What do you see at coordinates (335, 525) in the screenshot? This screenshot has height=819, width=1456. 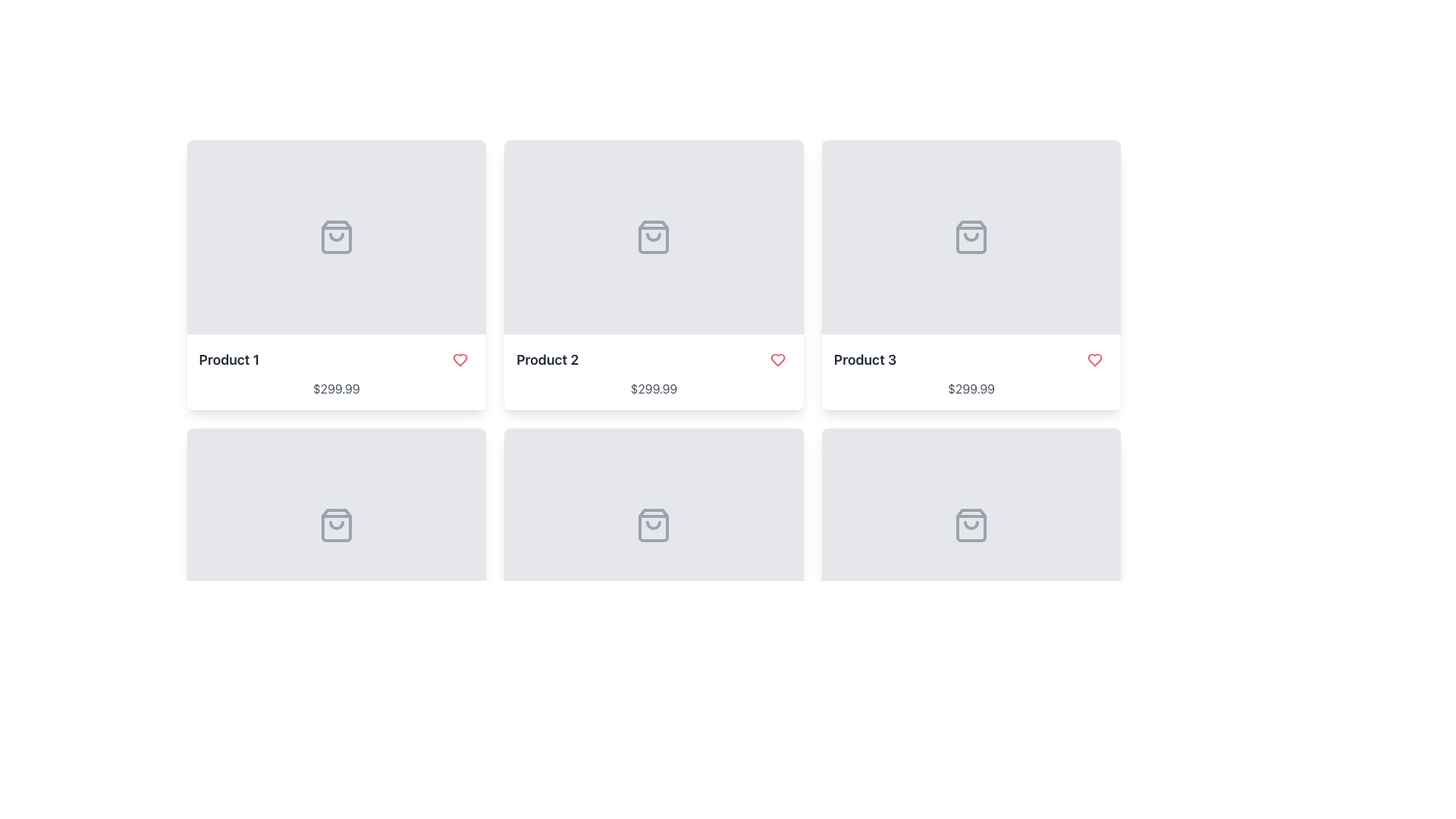 I see `the shopping bag icon located in the second row, second column of the grid layout` at bounding box center [335, 525].